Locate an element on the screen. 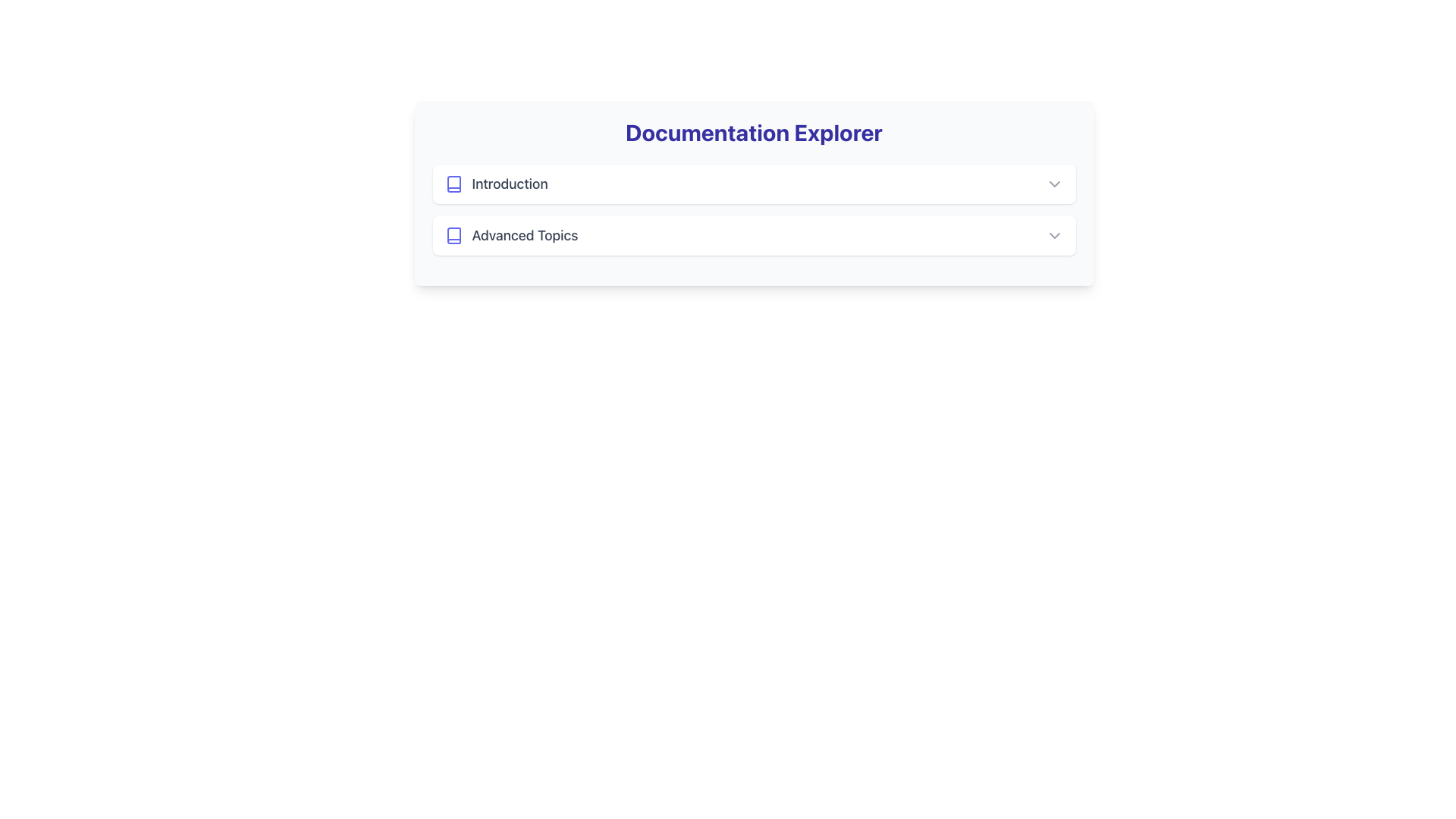 This screenshot has width=1456, height=819. label text 'Introduction', which is a gray-colored textual label styled with medium weight and is positioned adjacent to a book icon in indigo is located at coordinates (496, 184).